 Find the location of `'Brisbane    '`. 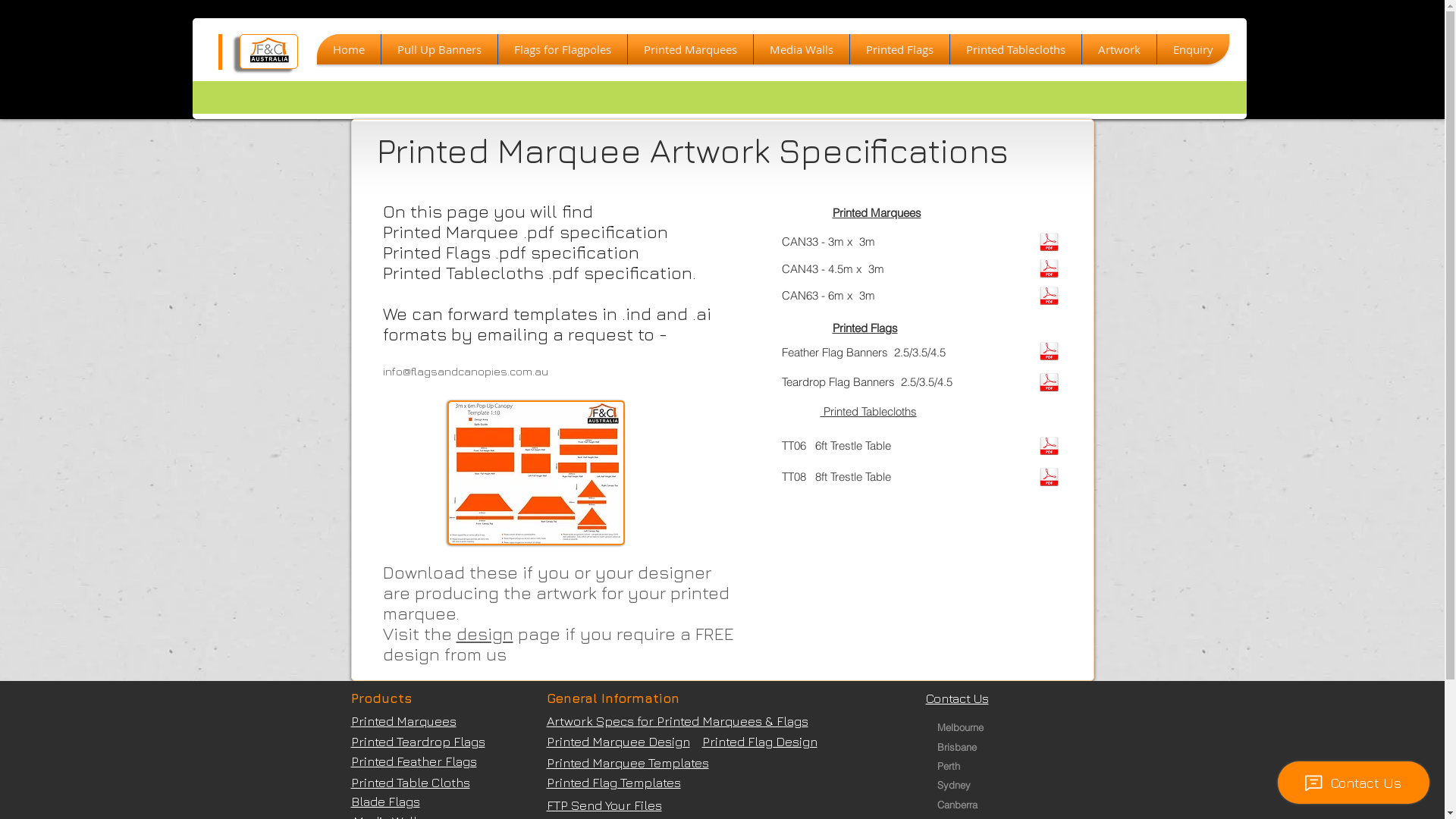

'Brisbane    ' is located at coordinates (962, 745).